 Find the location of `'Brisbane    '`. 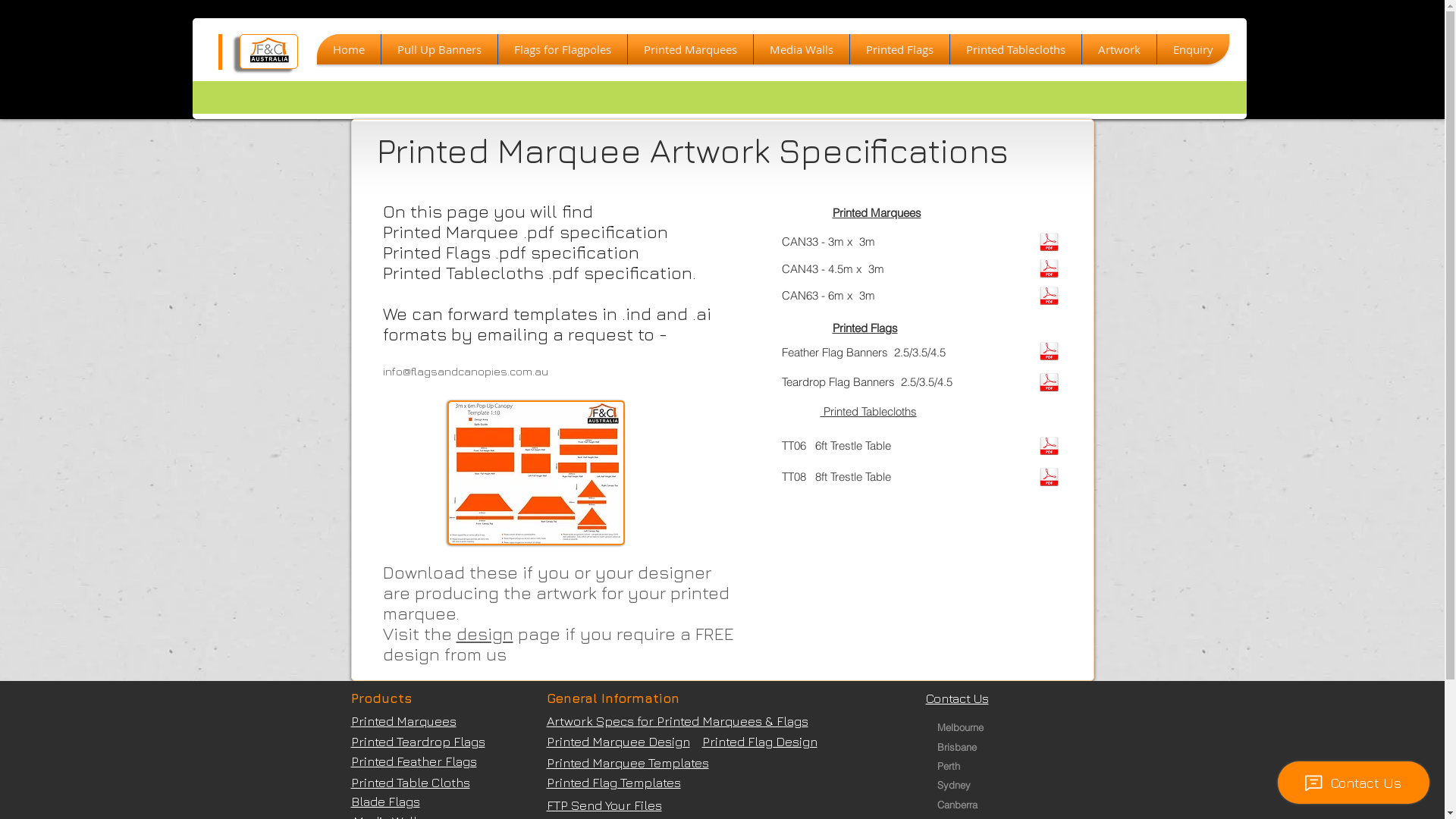

'Brisbane    ' is located at coordinates (962, 745).